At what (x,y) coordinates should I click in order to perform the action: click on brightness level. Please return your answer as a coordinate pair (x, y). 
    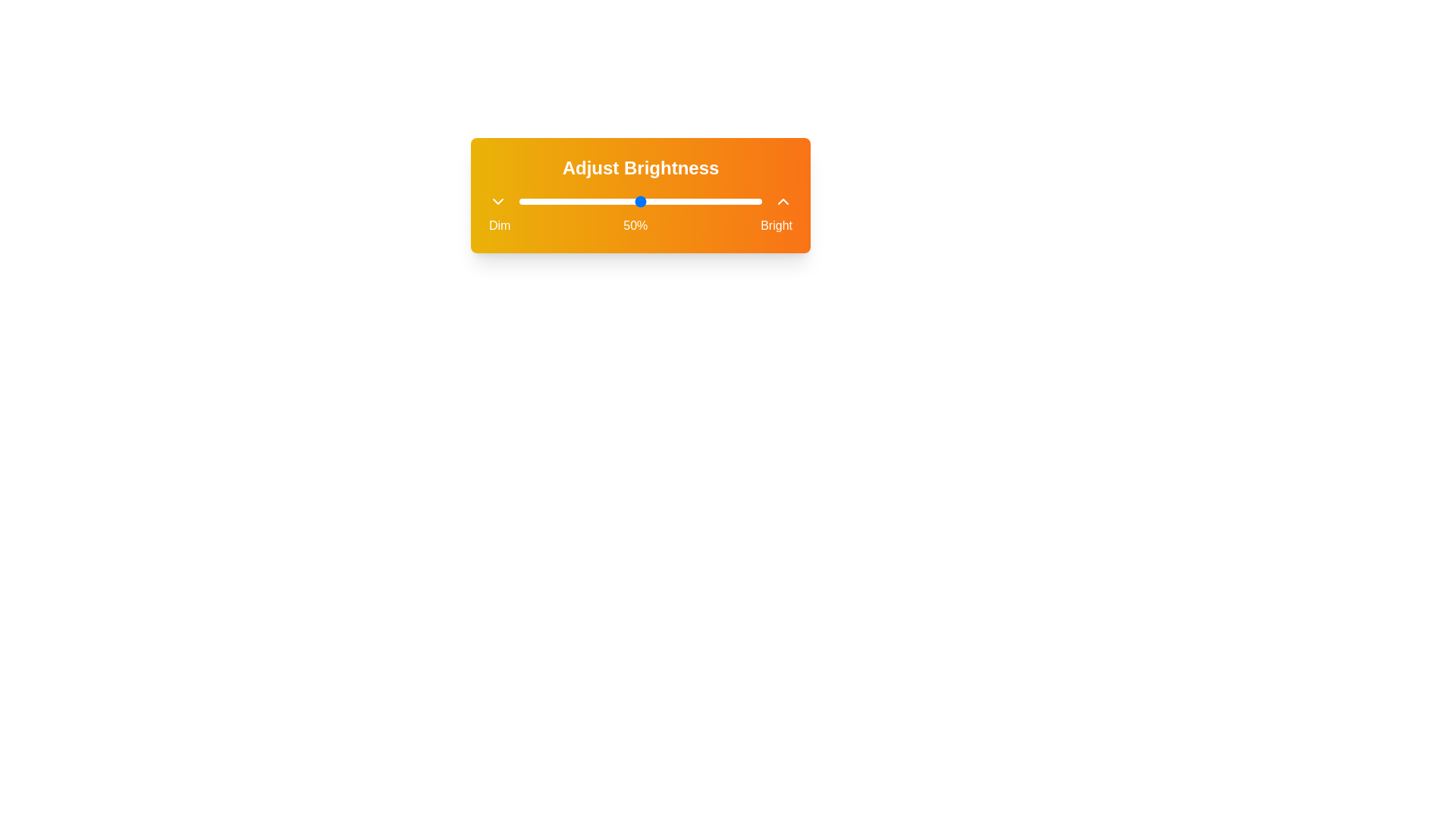
    Looking at the image, I should click on (679, 201).